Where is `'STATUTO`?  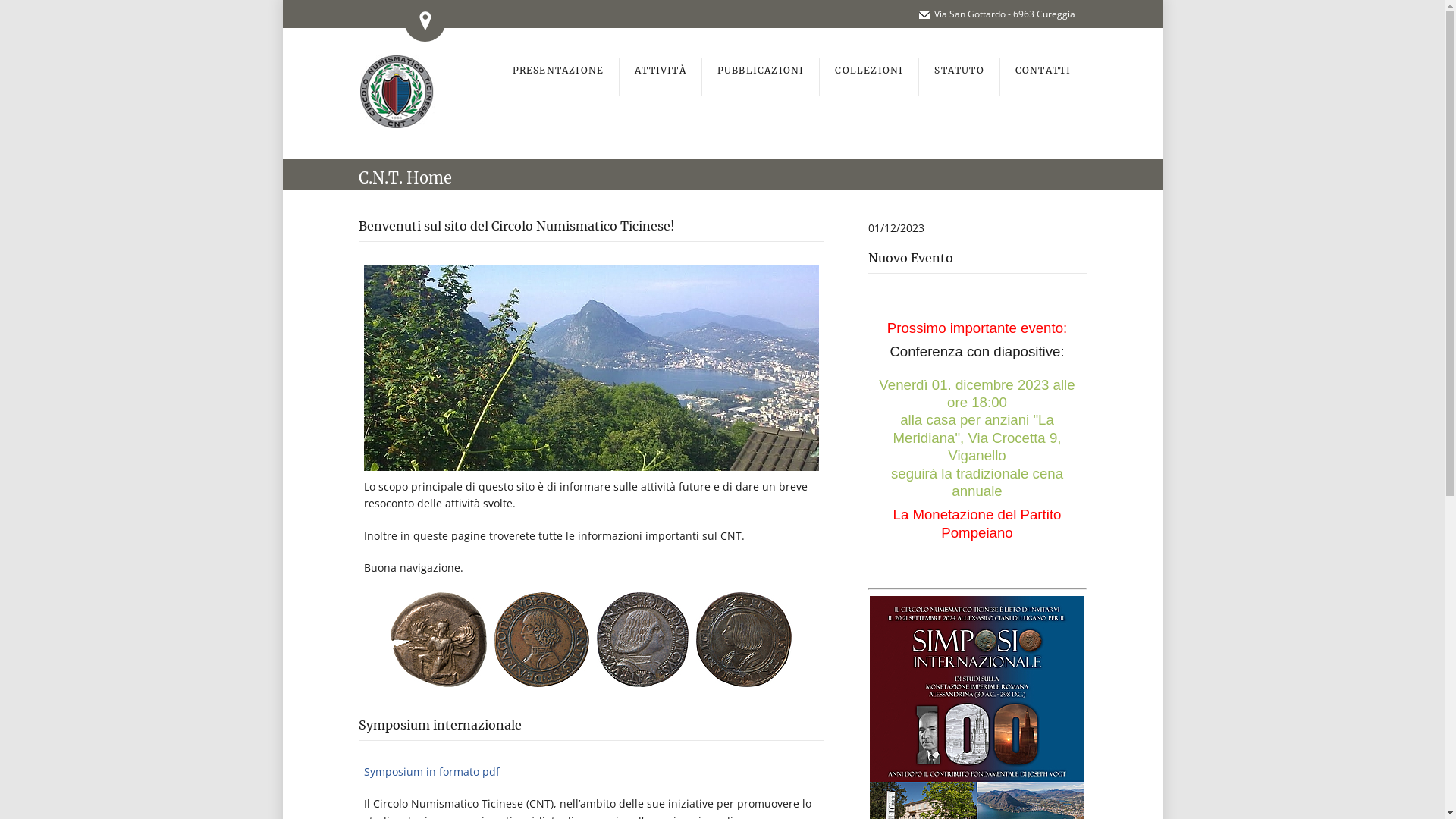
'STATUTO is located at coordinates (959, 77).